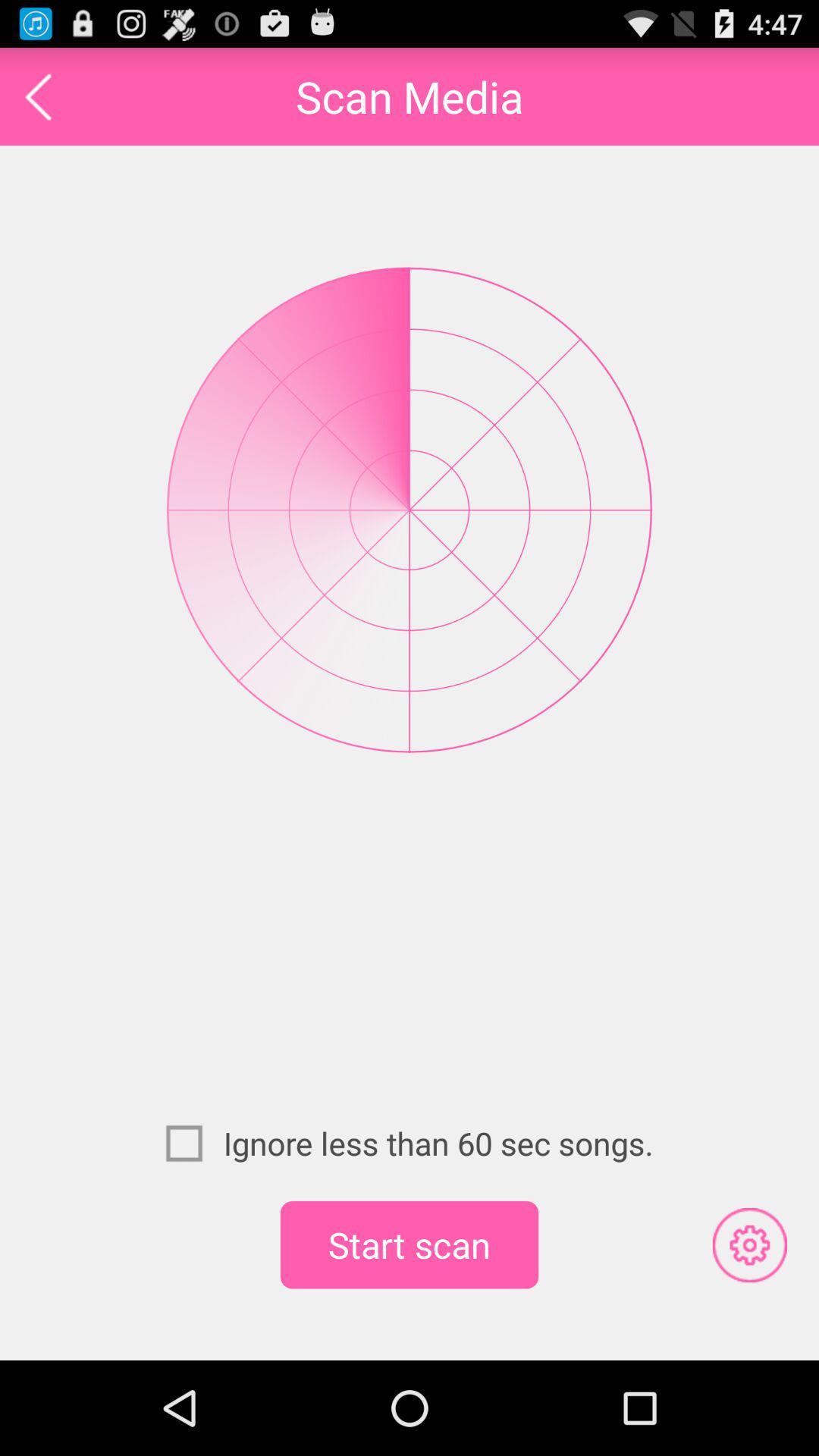  I want to click on item to the left of ignore less than icon, so click(193, 1143).